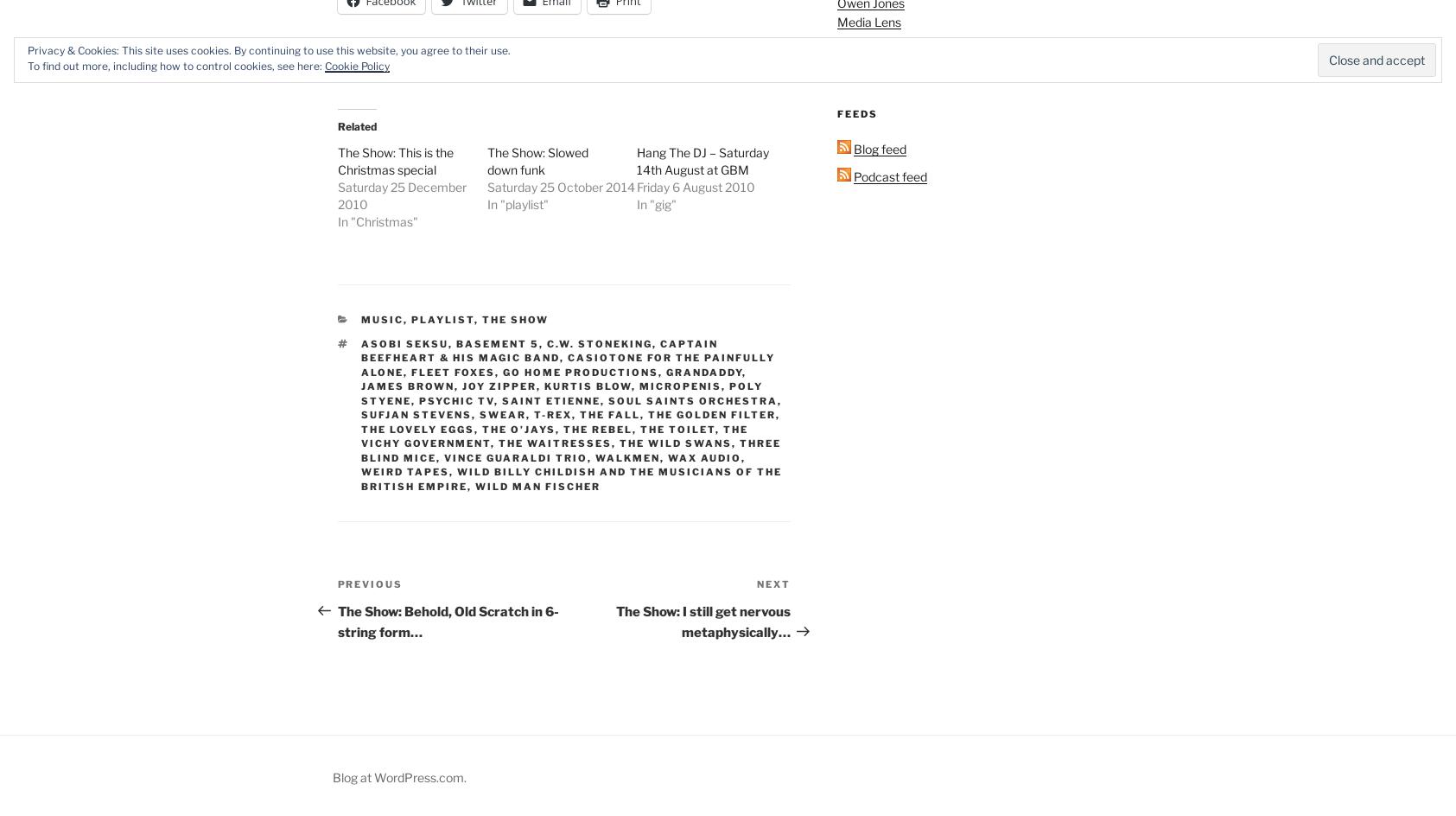 The width and height of the screenshot is (1456, 816). Describe the element at coordinates (550, 399) in the screenshot. I see `'Saint Etienne'` at that location.